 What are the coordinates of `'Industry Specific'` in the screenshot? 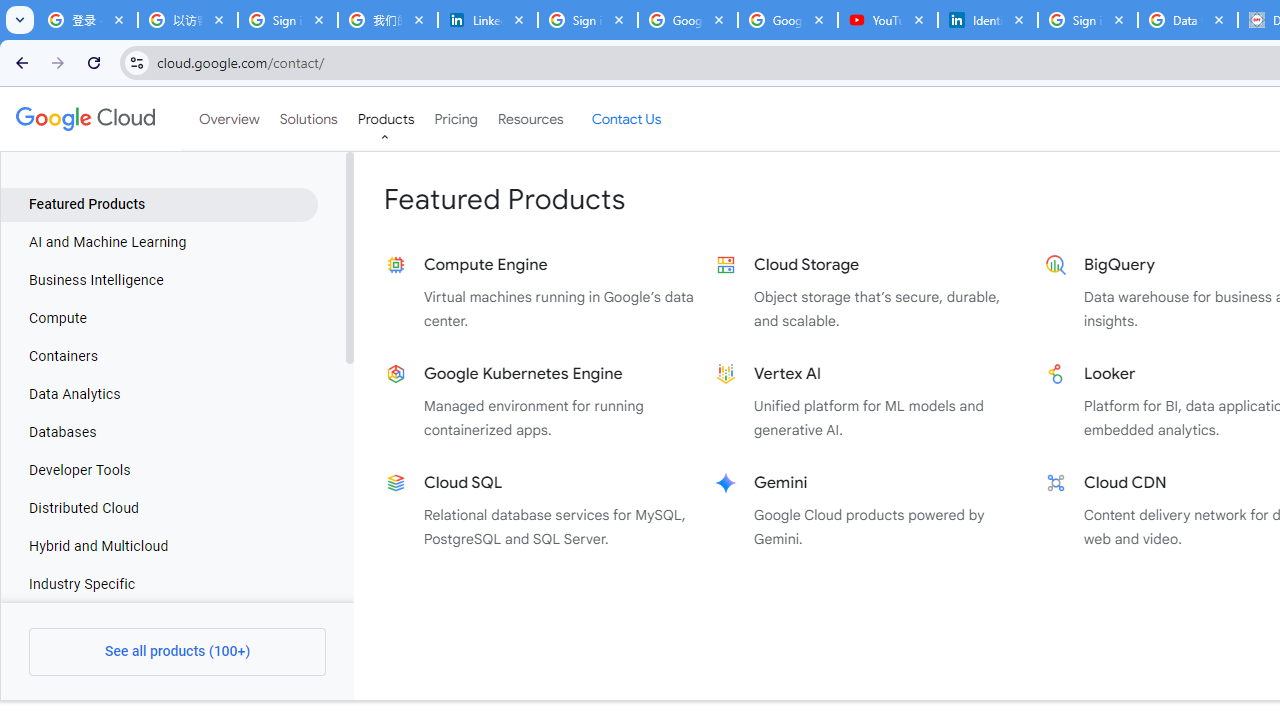 It's located at (158, 585).